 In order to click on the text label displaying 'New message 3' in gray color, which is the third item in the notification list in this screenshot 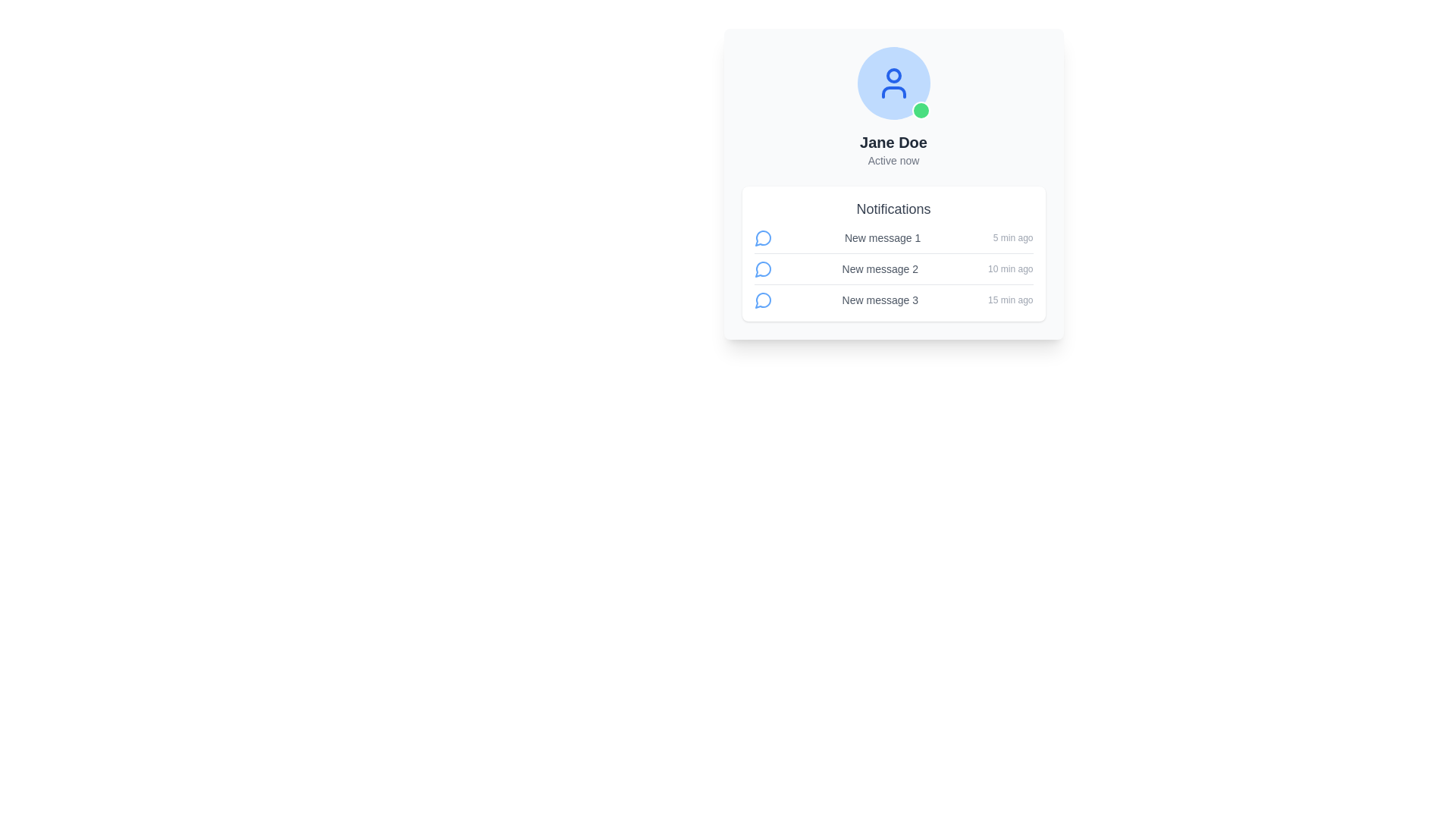, I will do `click(880, 300)`.